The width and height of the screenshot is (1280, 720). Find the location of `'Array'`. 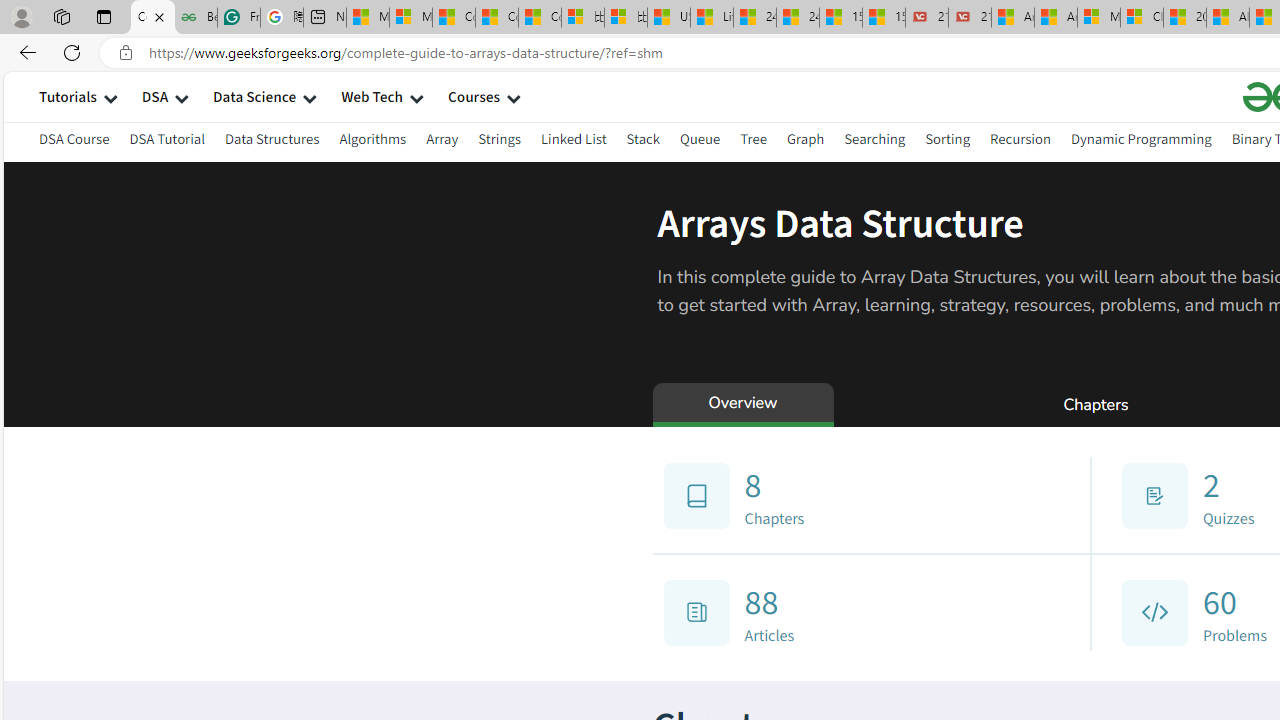

'Array' is located at coordinates (441, 141).